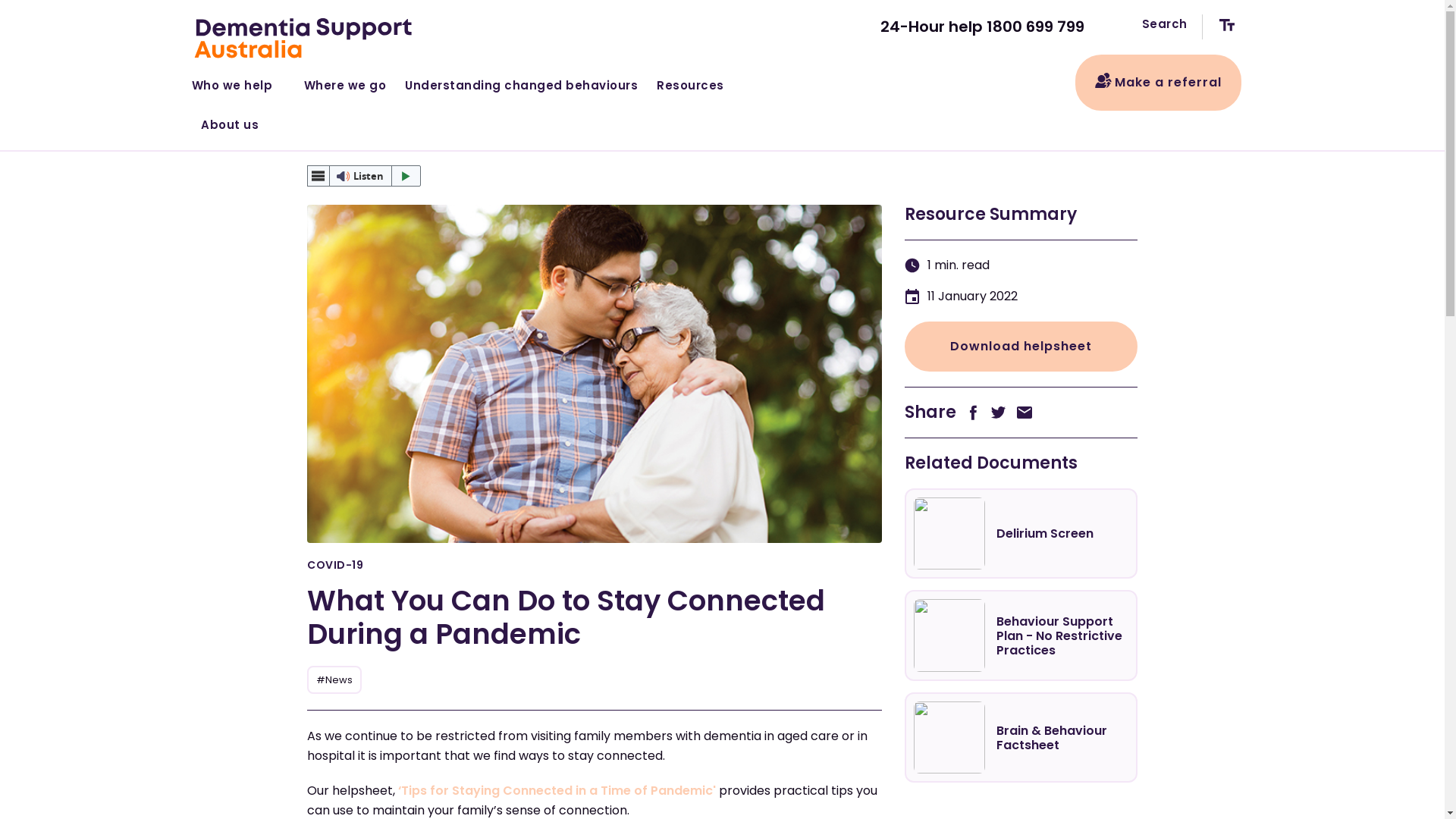 The height and width of the screenshot is (819, 1456). I want to click on 'Behaviour Support Plan - No Restrictive Practices', so click(1020, 635).